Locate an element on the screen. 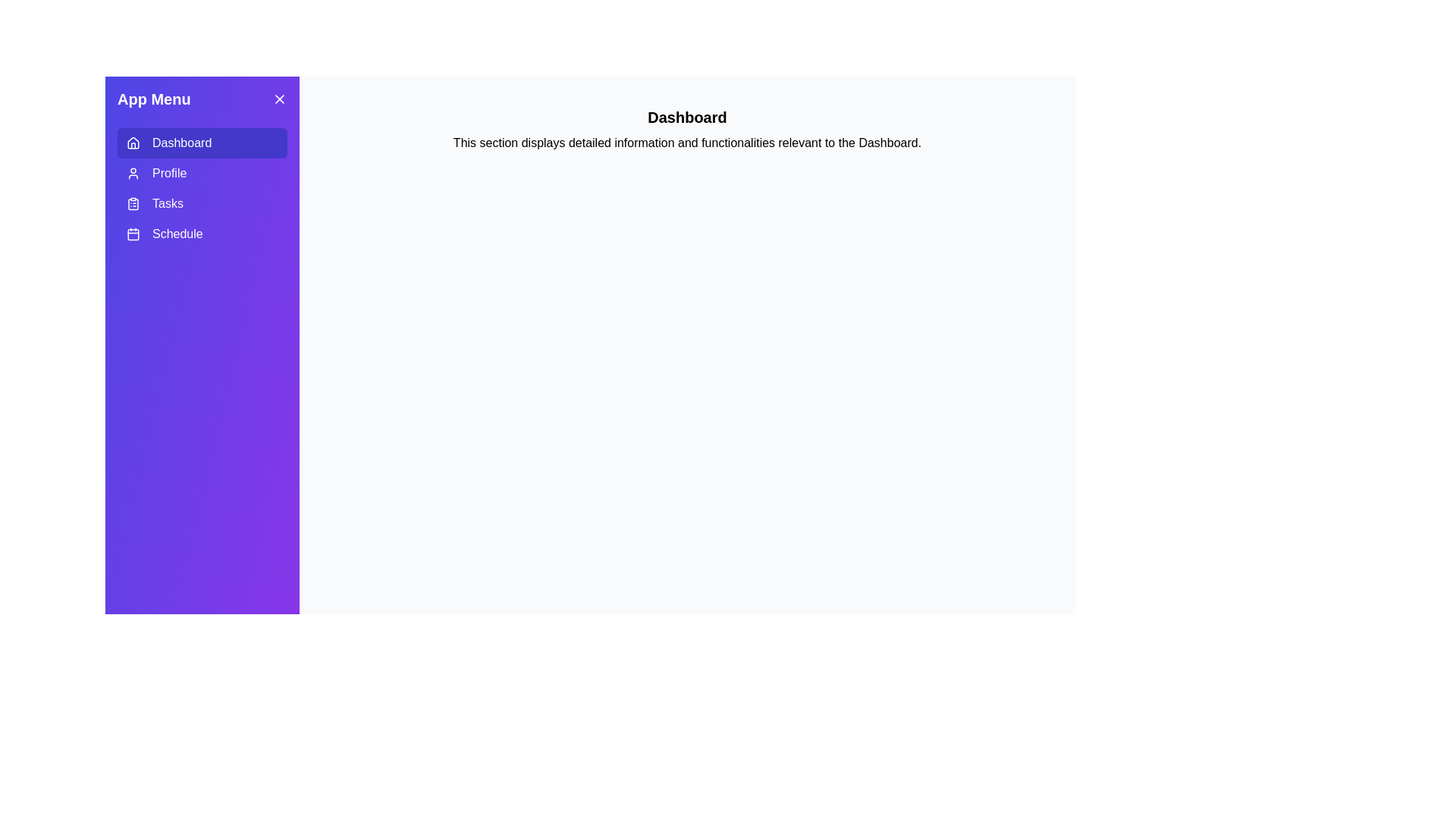 This screenshot has width=1456, height=819. the tab labeled Tasks to switch to that tab is located at coordinates (202, 203).